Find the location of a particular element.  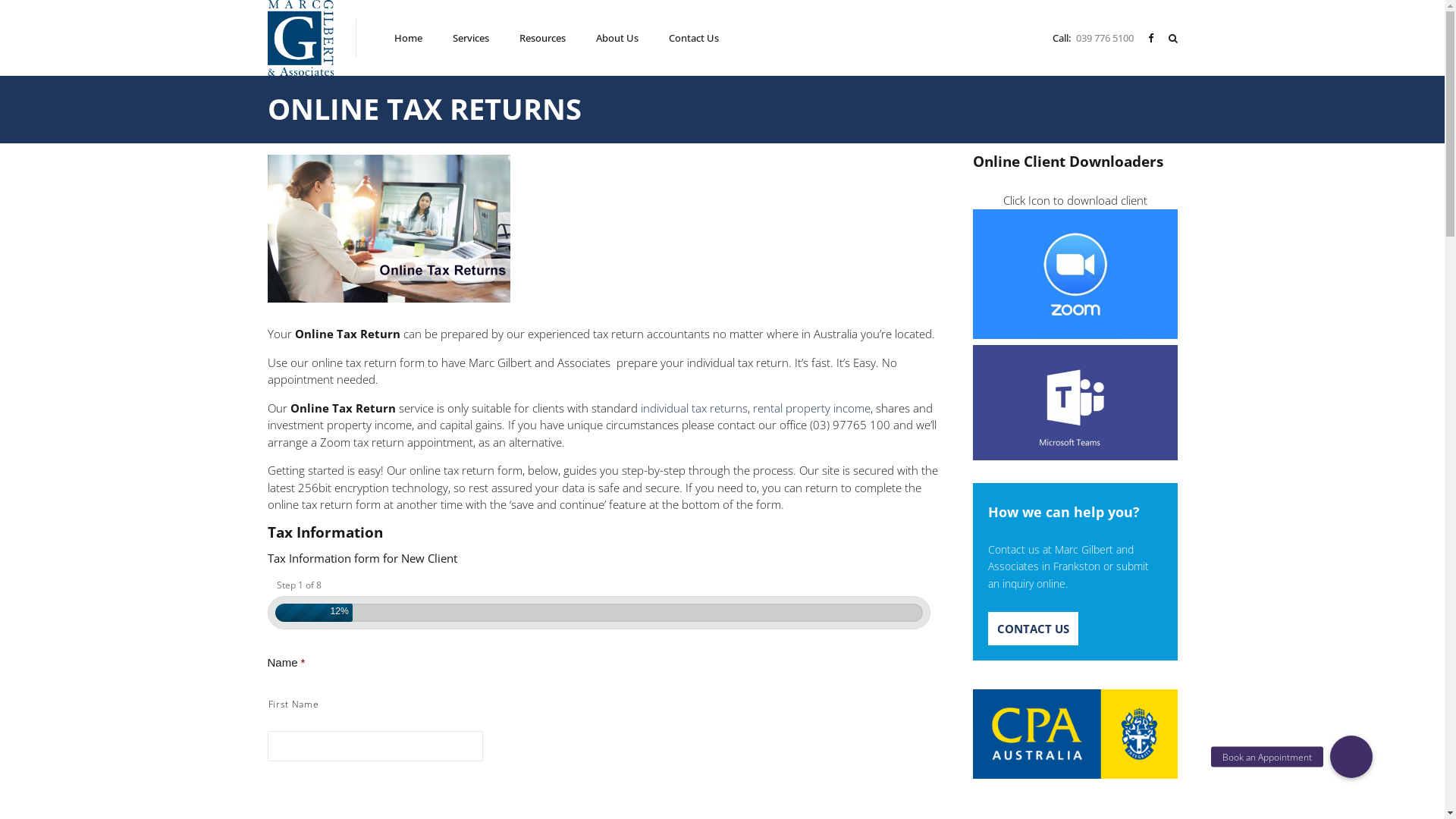

'About Us' is located at coordinates (617, 37).